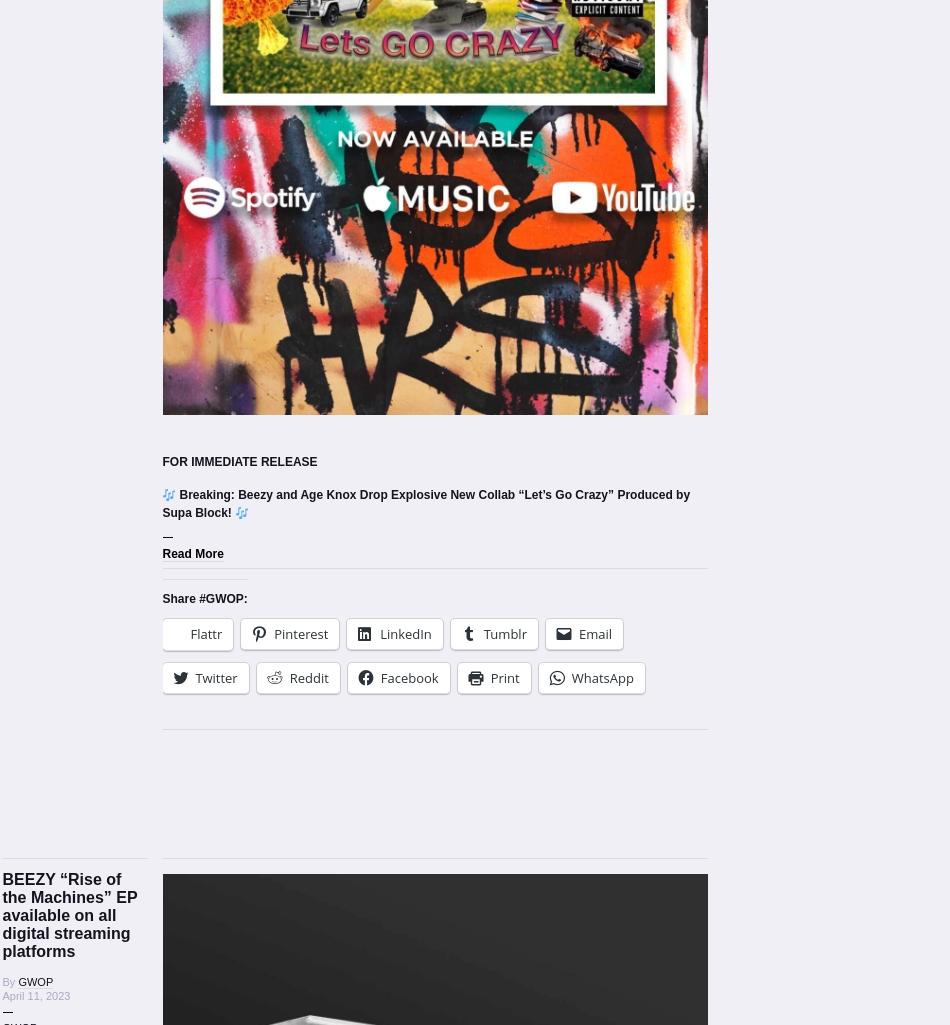 This screenshot has height=1025, width=950. Describe the element at coordinates (9, 980) in the screenshot. I see `'By'` at that location.